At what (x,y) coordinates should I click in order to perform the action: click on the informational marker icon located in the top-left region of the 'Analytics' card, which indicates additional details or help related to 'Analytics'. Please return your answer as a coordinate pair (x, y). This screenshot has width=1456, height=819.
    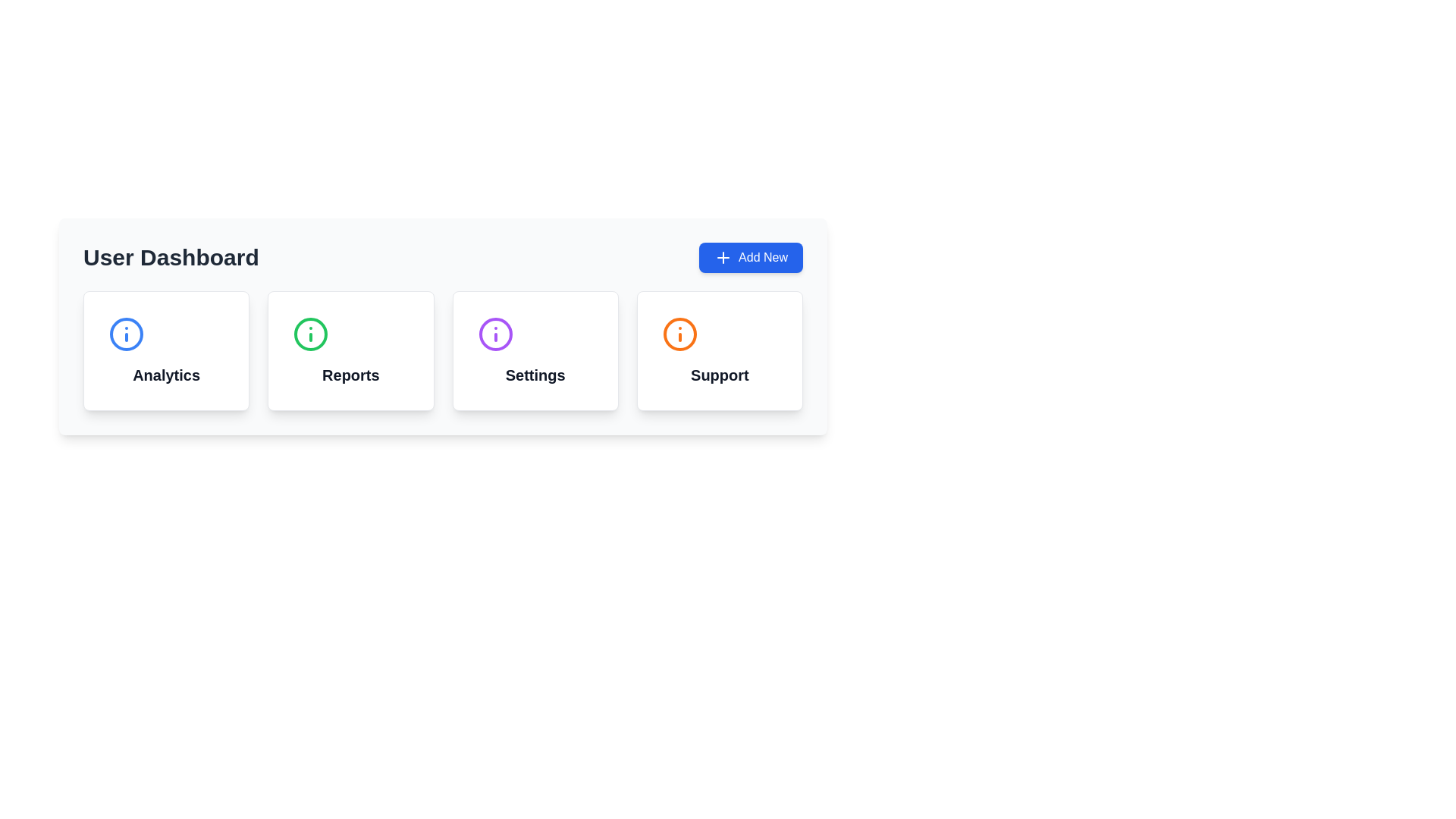
    Looking at the image, I should click on (127, 333).